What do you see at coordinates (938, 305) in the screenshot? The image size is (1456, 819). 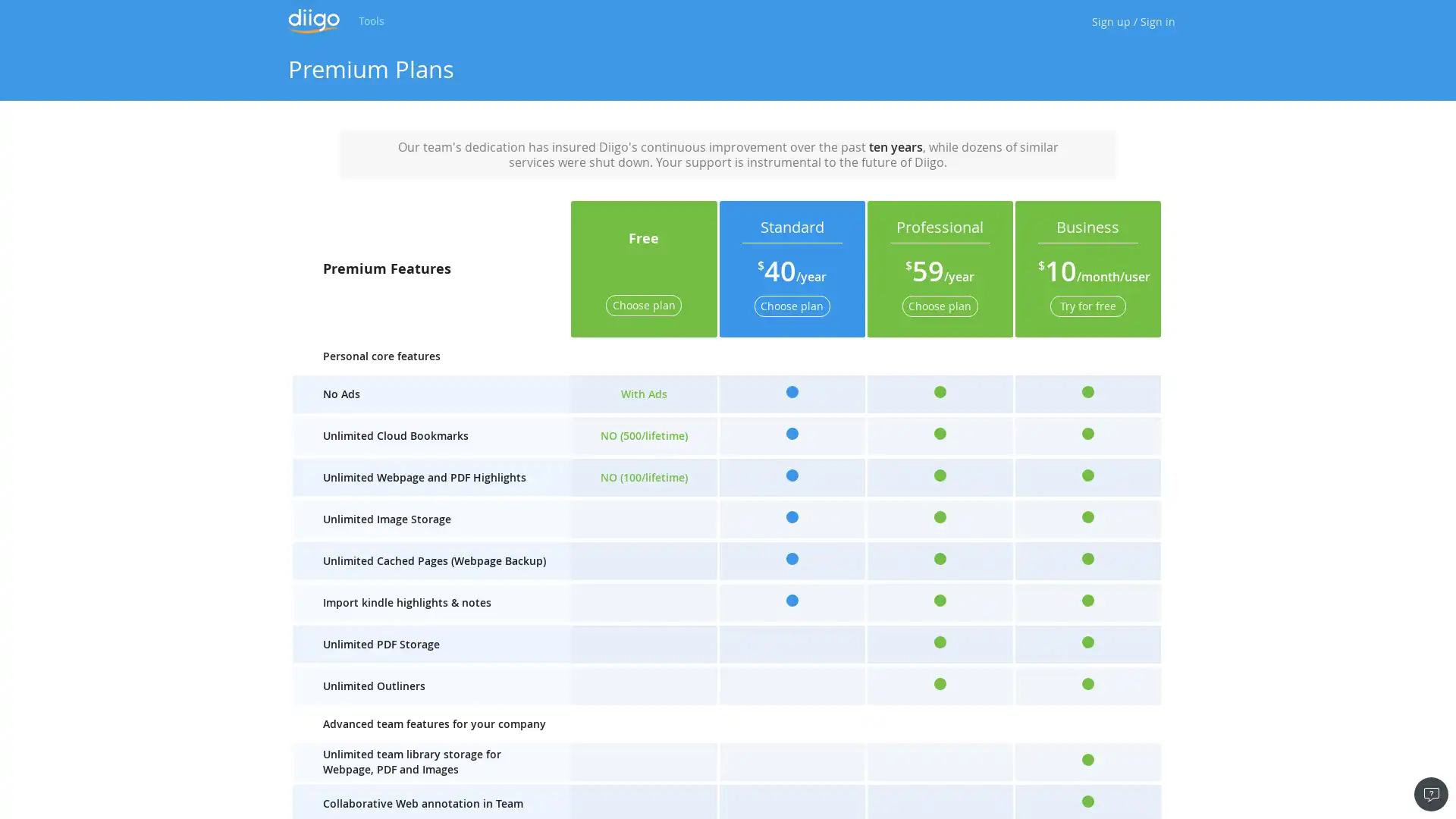 I see `Choose plan` at bounding box center [938, 305].